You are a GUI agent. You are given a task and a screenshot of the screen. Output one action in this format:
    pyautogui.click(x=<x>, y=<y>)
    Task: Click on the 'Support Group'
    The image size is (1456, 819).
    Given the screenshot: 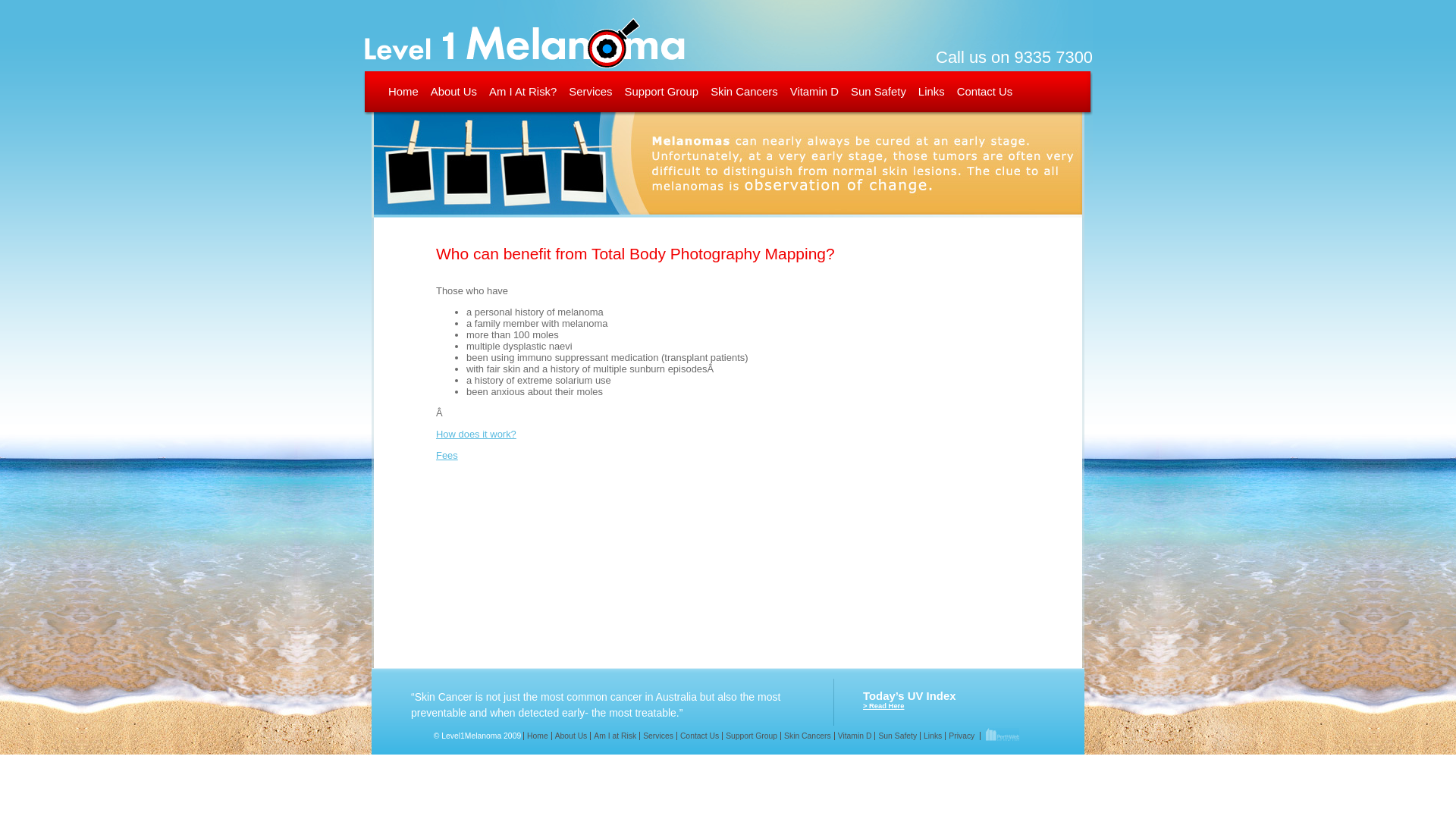 What is the action you would take?
    pyautogui.click(x=751, y=735)
    